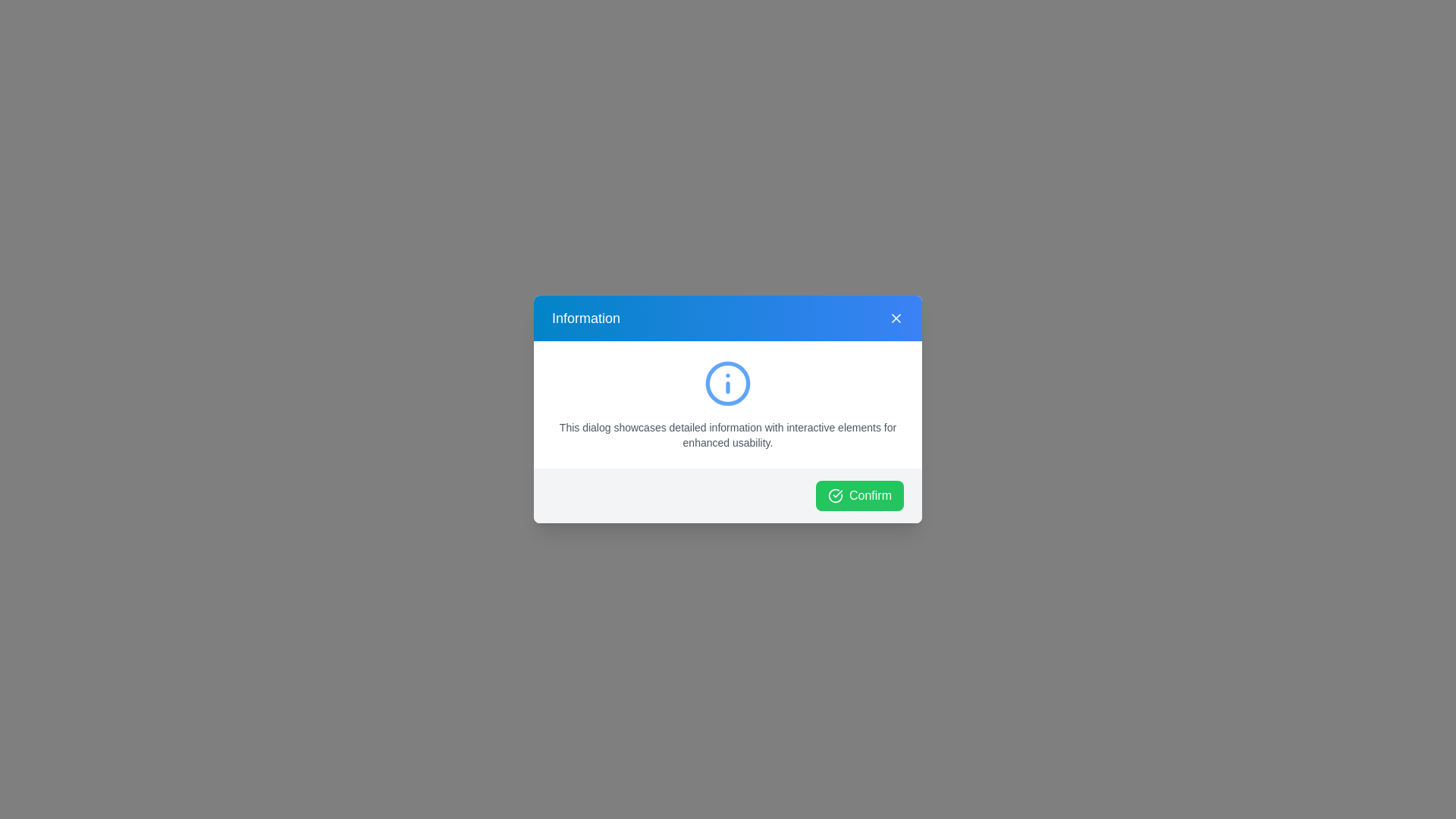  I want to click on the close button marked with an 'X' located in the top-right corner of the blue header labeled 'Information', so click(896, 318).